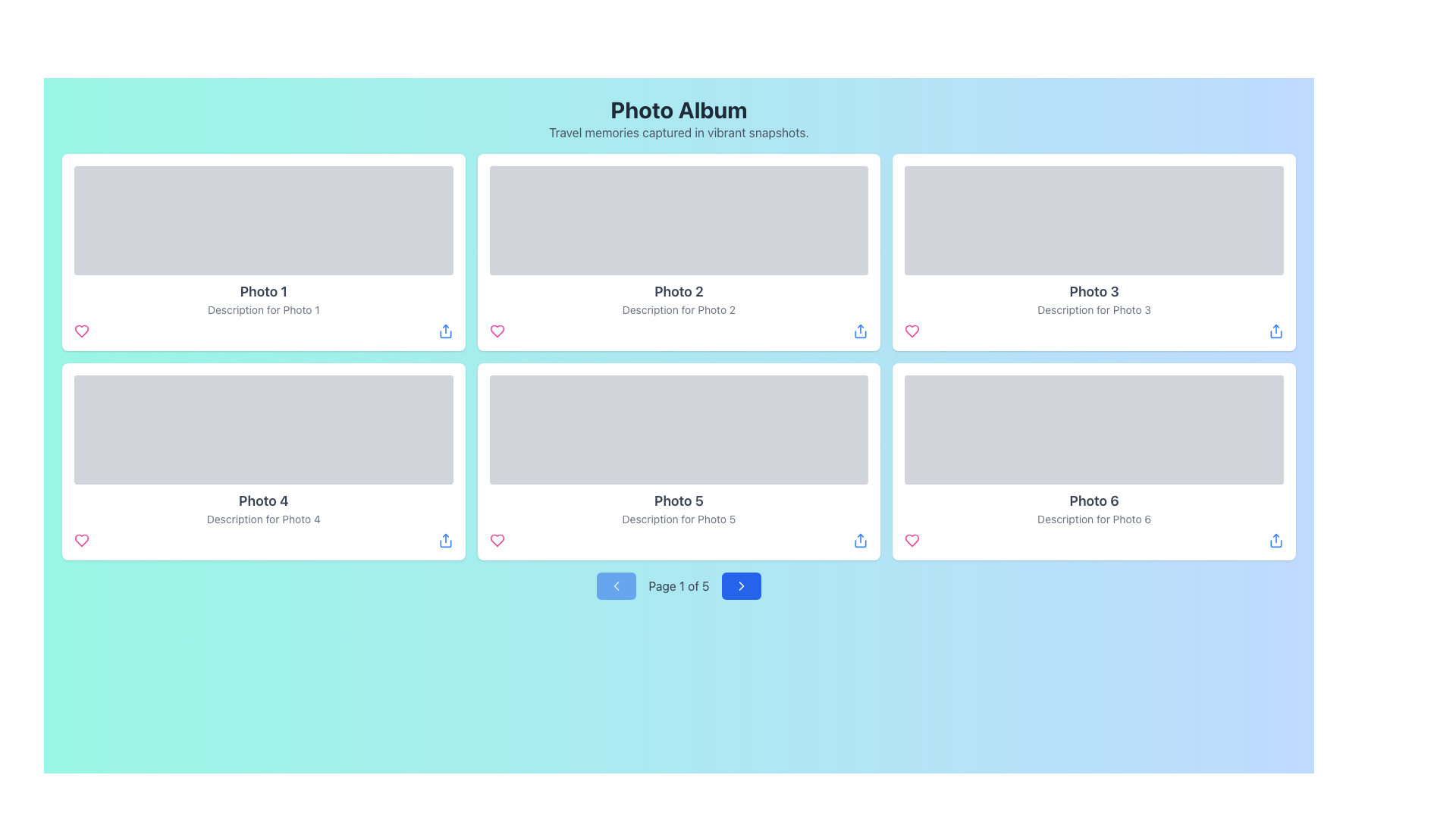 The width and height of the screenshot is (1456, 819). What do you see at coordinates (81, 540) in the screenshot?
I see `the vibrant pink heart icon located below the image of Photo 4` at bounding box center [81, 540].